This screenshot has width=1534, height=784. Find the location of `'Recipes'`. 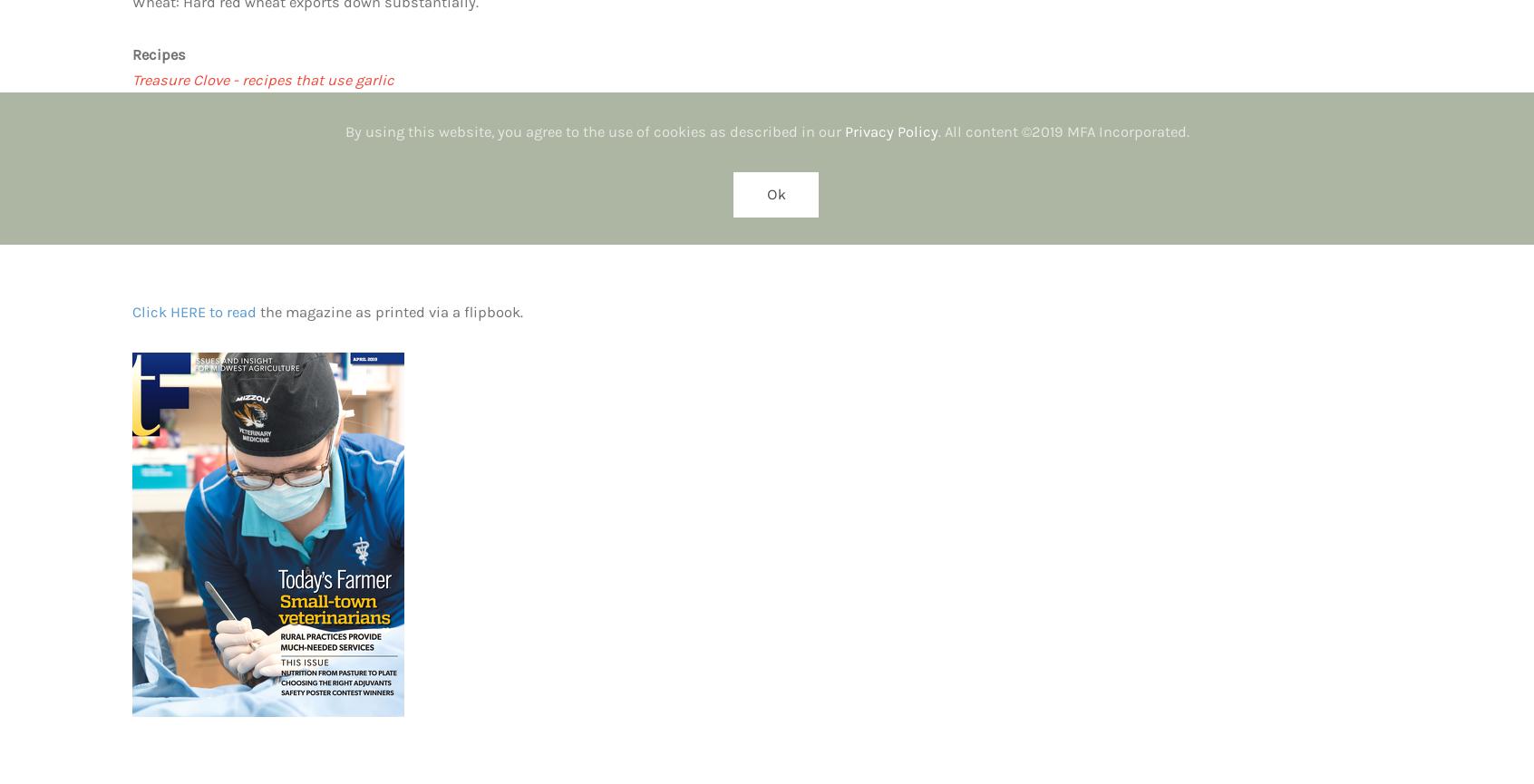

'Recipes' is located at coordinates (158, 53).